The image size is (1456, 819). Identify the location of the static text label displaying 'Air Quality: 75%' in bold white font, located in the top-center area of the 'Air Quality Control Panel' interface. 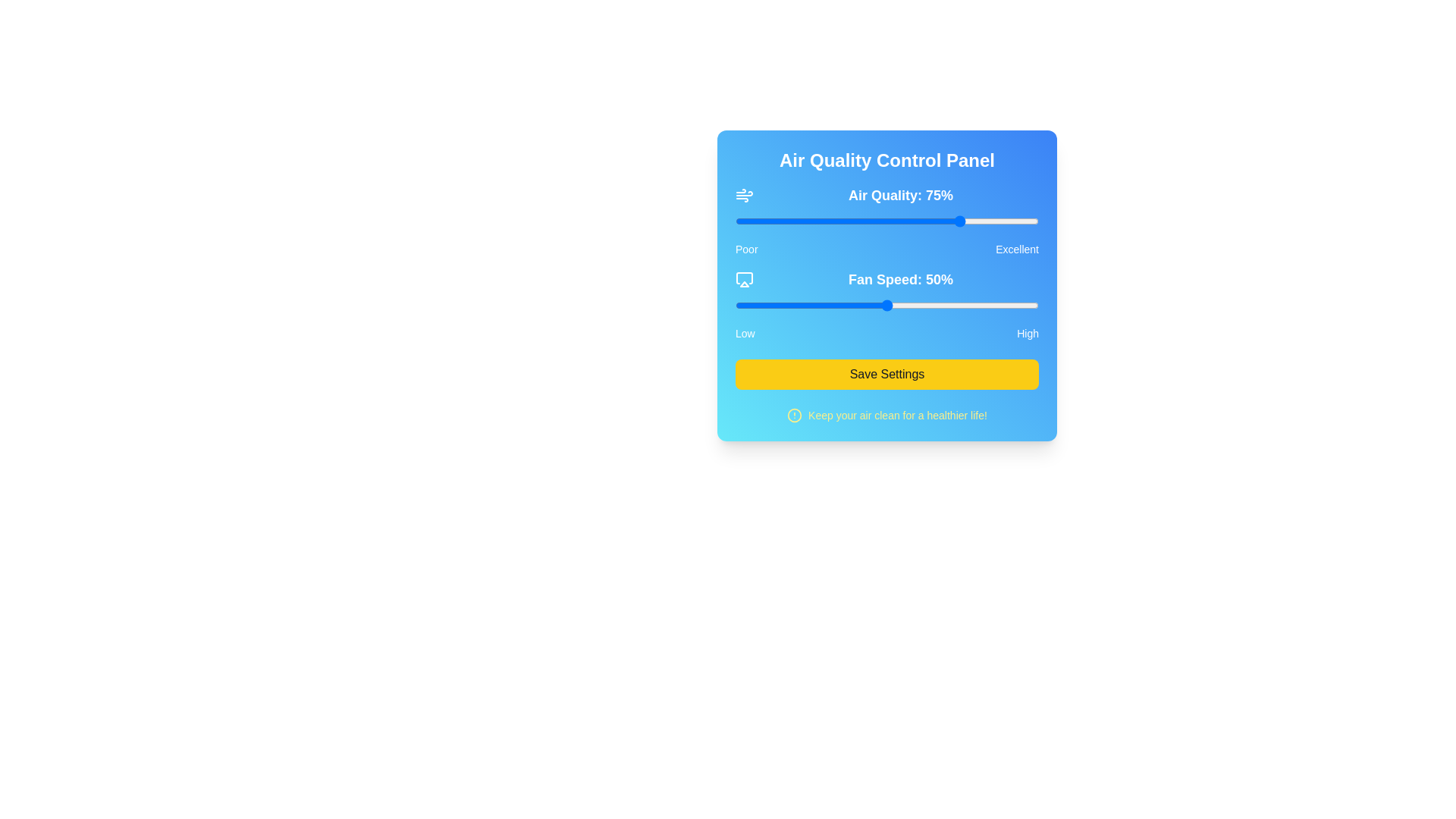
(901, 195).